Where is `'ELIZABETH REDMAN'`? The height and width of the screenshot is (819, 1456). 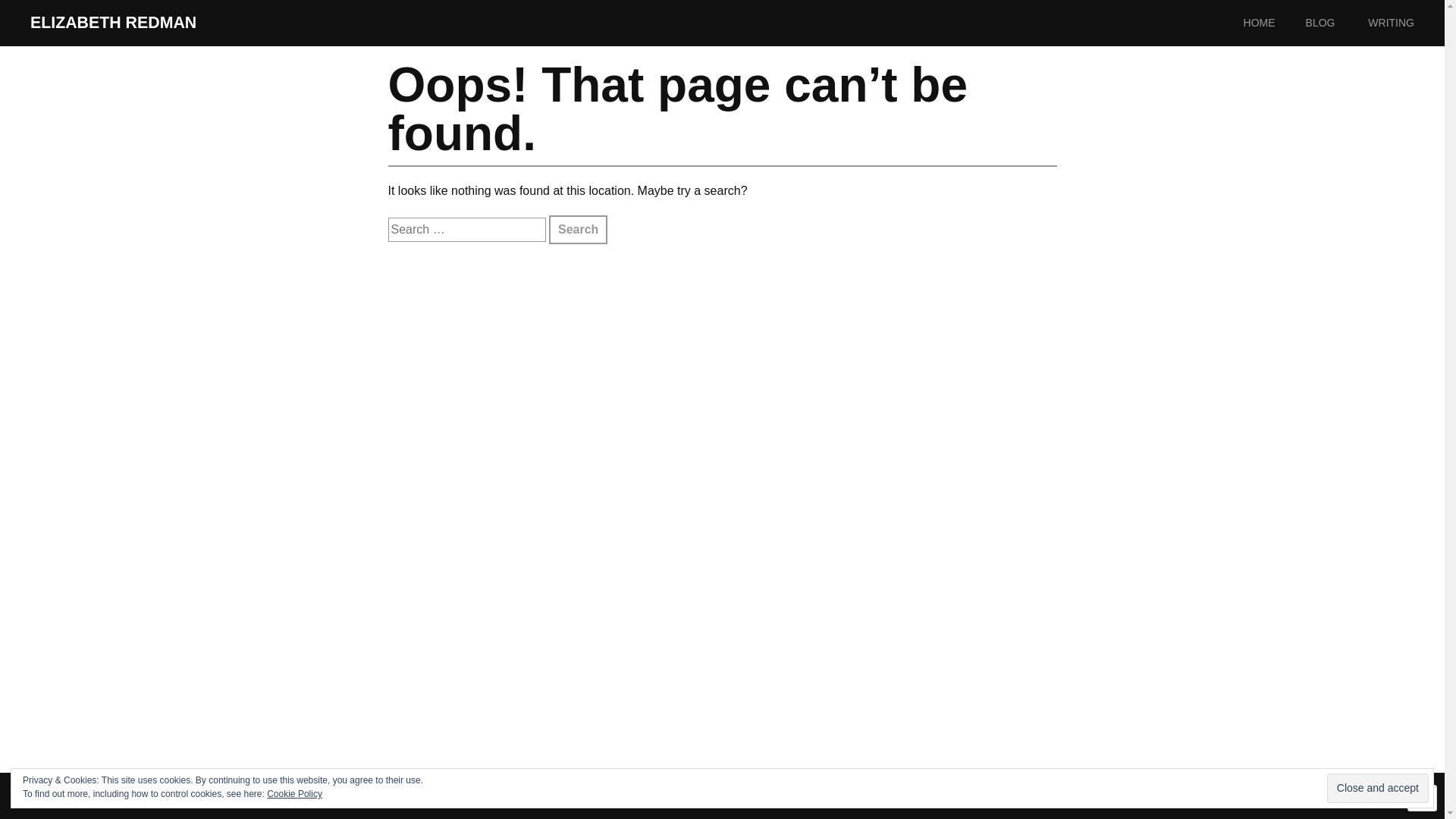
'ELIZABETH REDMAN' is located at coordinates (112, 23).